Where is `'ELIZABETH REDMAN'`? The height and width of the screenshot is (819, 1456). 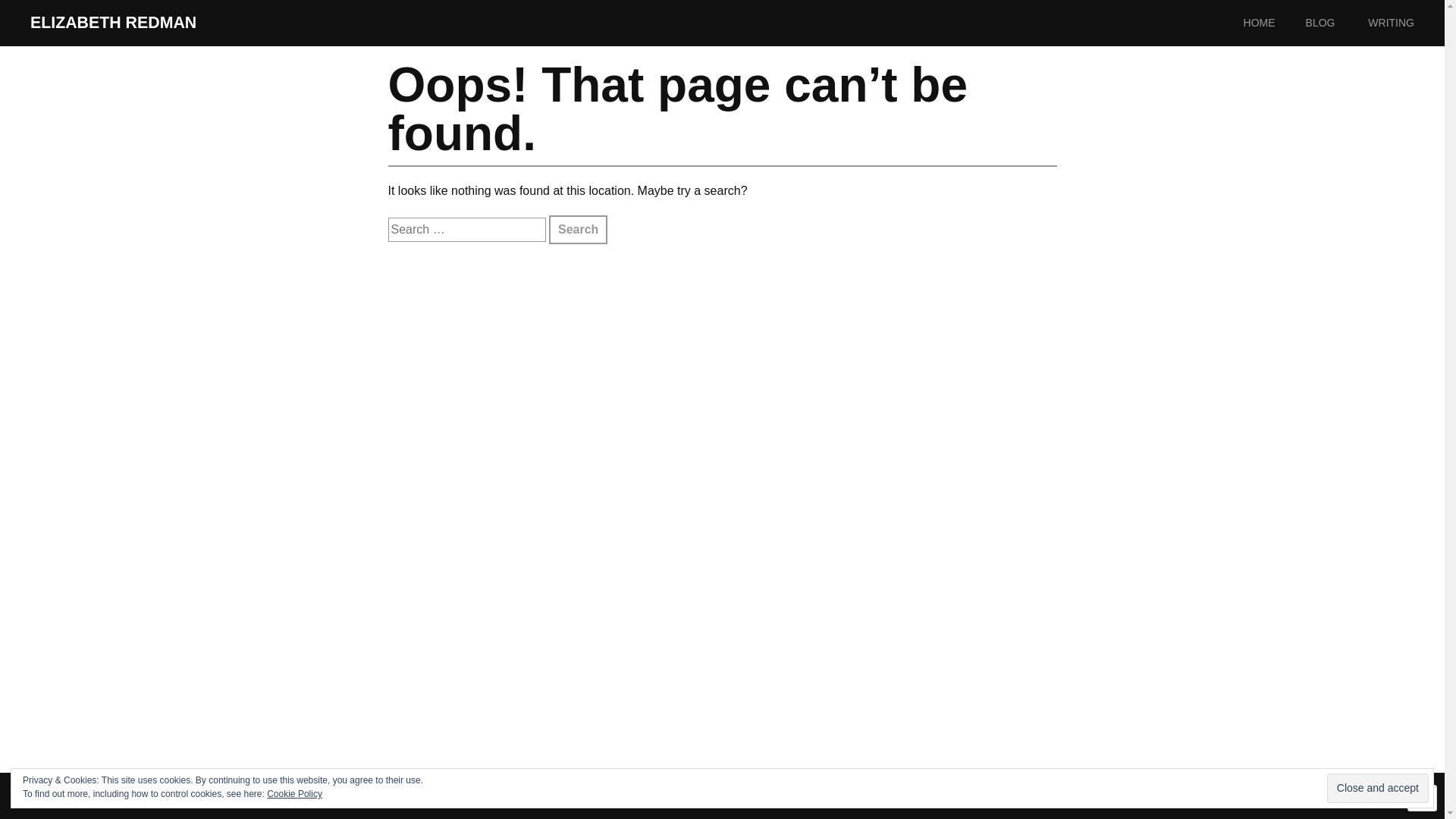
'ELIZABETH REDMAN' is located at coordinates (112, 23).